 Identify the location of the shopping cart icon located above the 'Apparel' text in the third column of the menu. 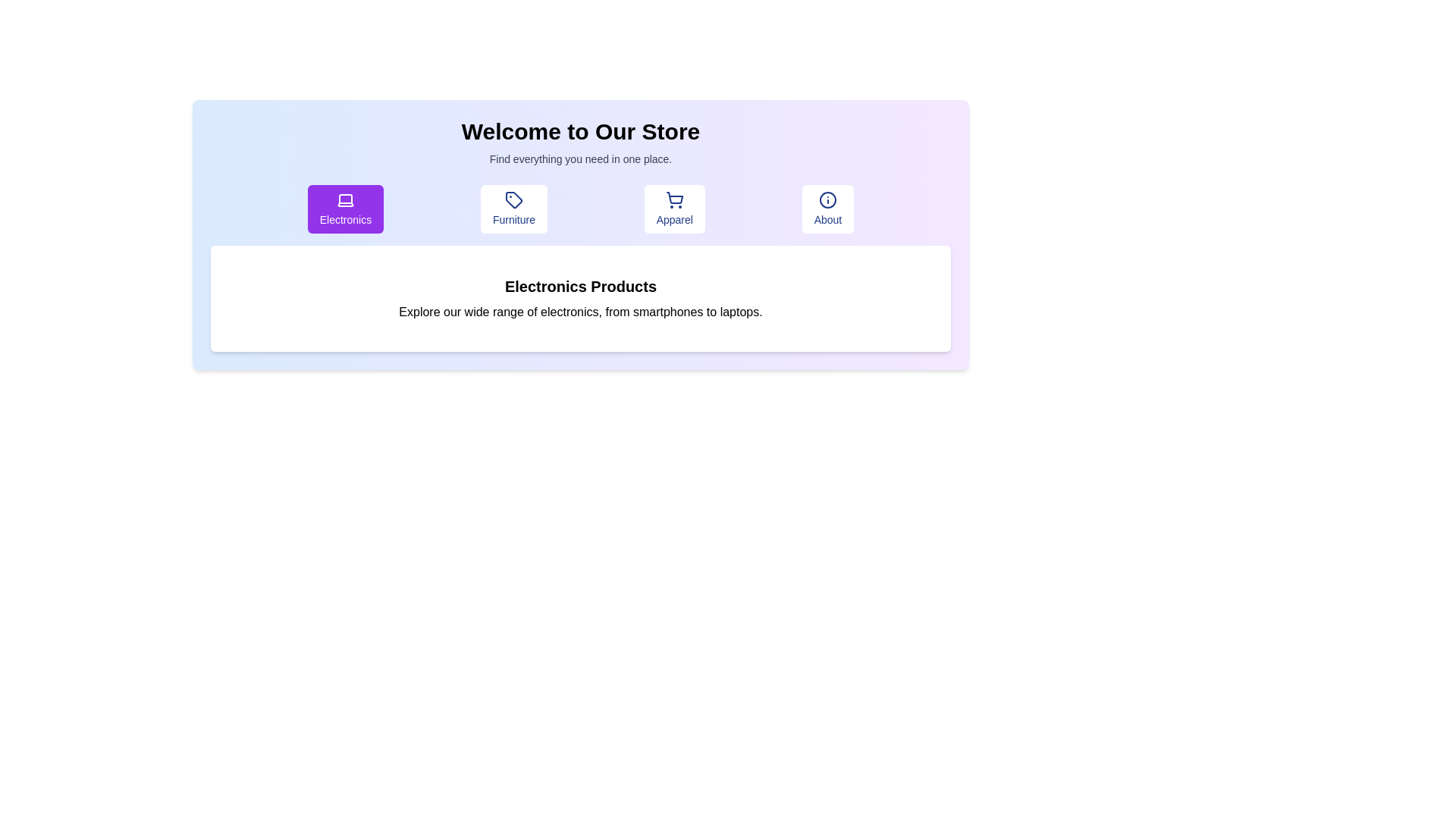
(673, 199).